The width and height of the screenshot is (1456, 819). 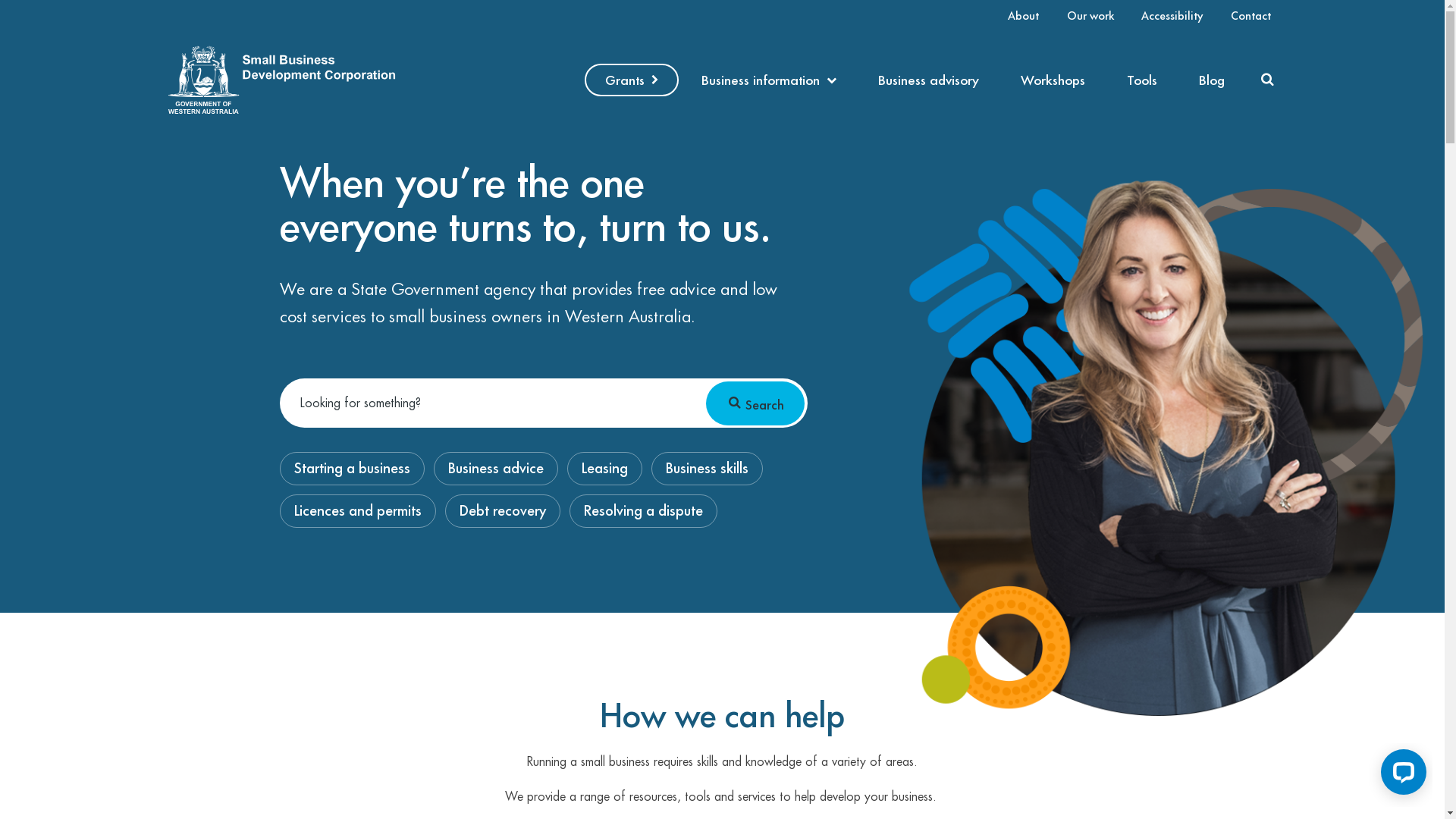 What do you see at coordinates (570, 511) in the screenshot?
I see `'Resolving a dispute'` at bounding box center [570, 511].